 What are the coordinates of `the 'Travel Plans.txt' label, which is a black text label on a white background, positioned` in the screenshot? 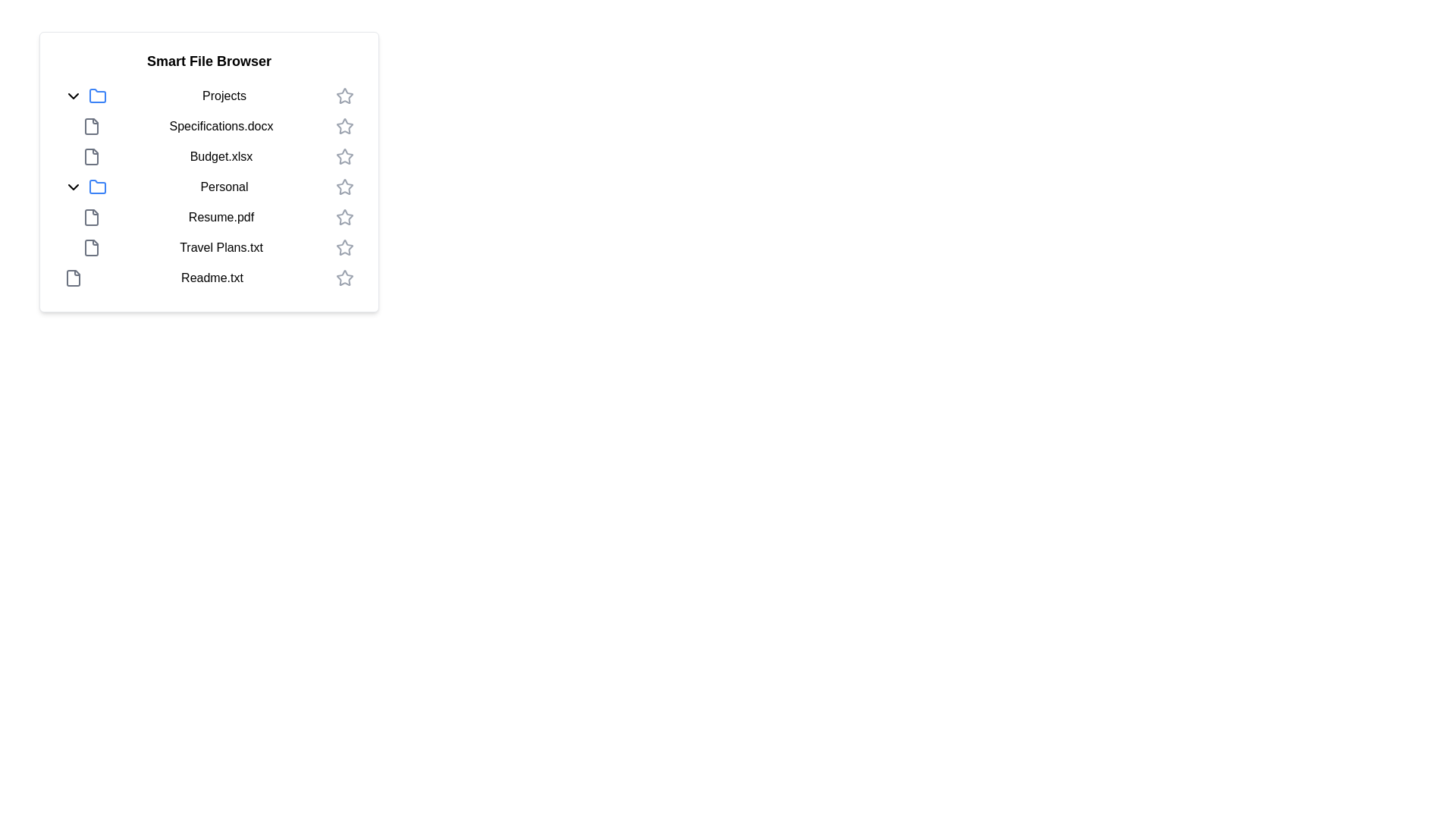 It's located at (221, 247).